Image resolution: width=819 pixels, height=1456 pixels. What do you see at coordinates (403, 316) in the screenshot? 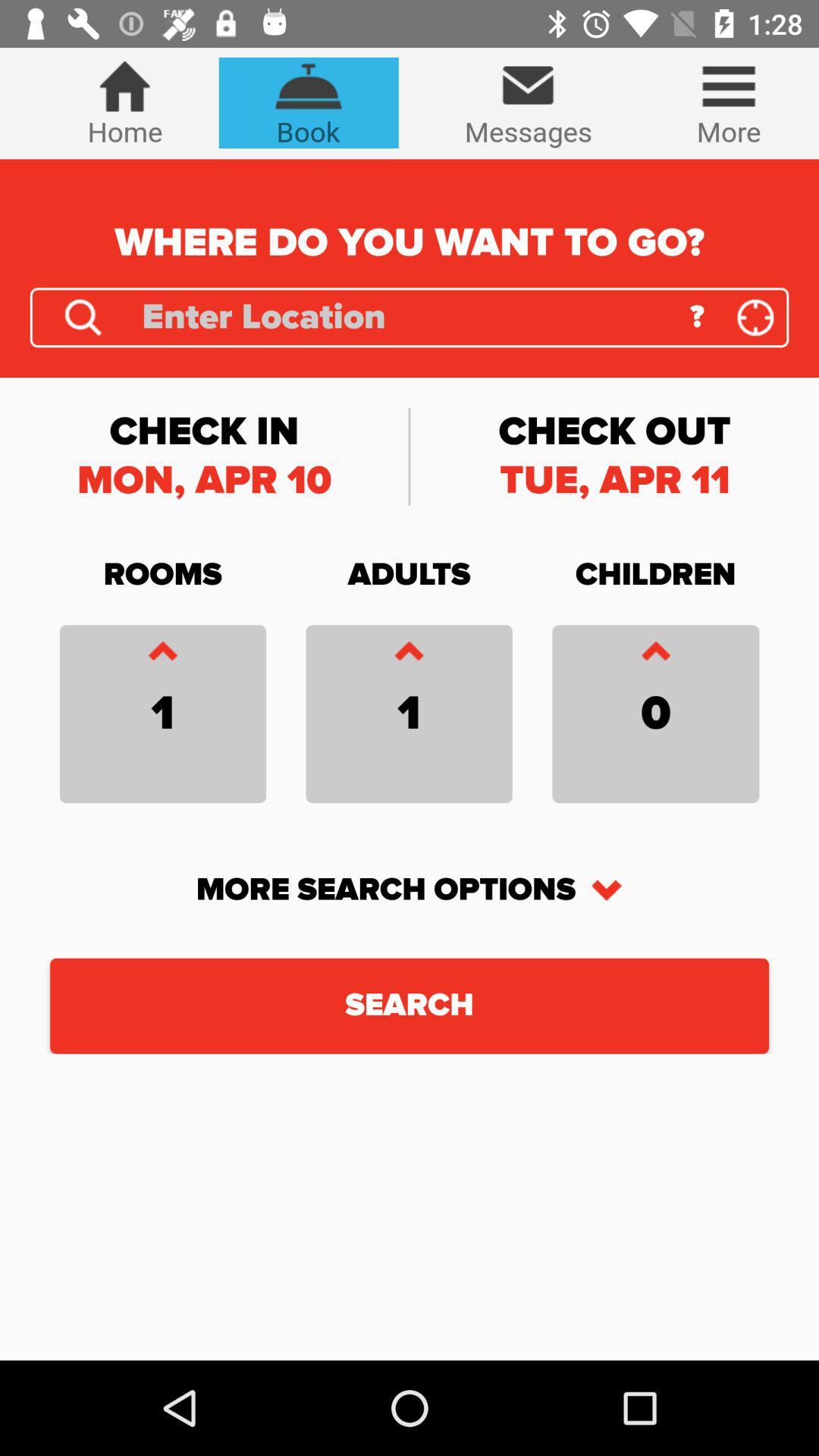
I see `write location` at bounding box center [403, 316].